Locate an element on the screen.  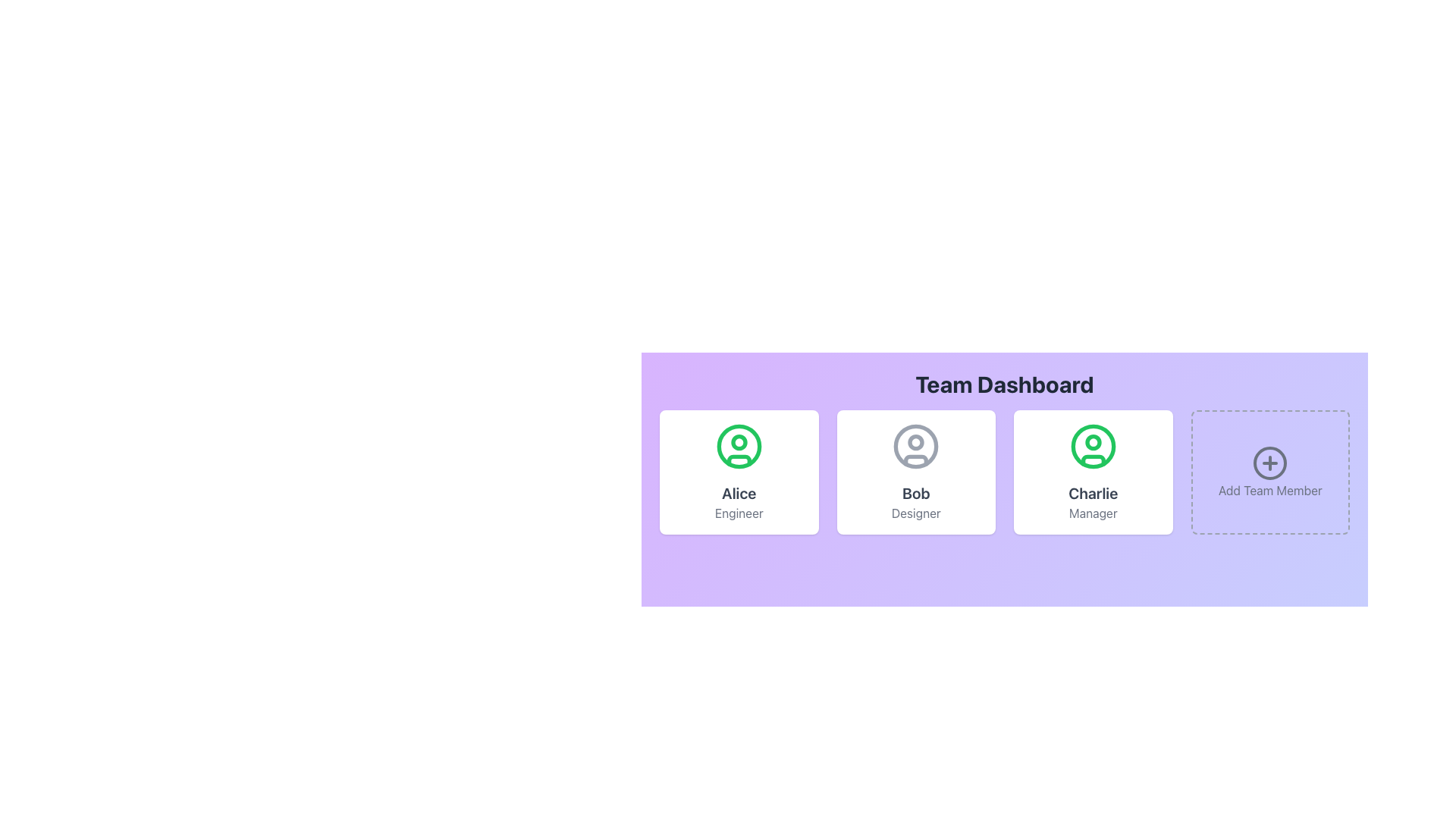
the Profile Card representing team member Alice, who is an Engineer, positioned as the leftmost card in the grid layout is located at coordinates (739, 472).